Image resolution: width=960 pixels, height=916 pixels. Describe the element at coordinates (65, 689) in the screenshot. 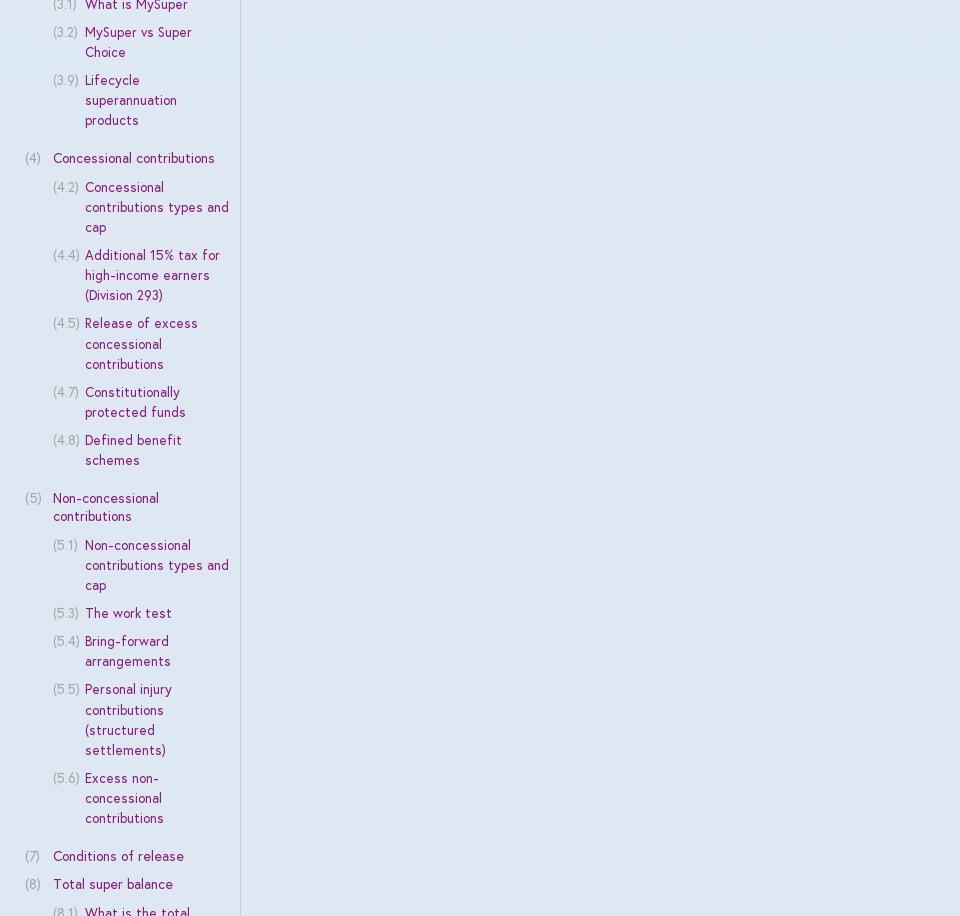

I see `'(5.5)'` at that location.